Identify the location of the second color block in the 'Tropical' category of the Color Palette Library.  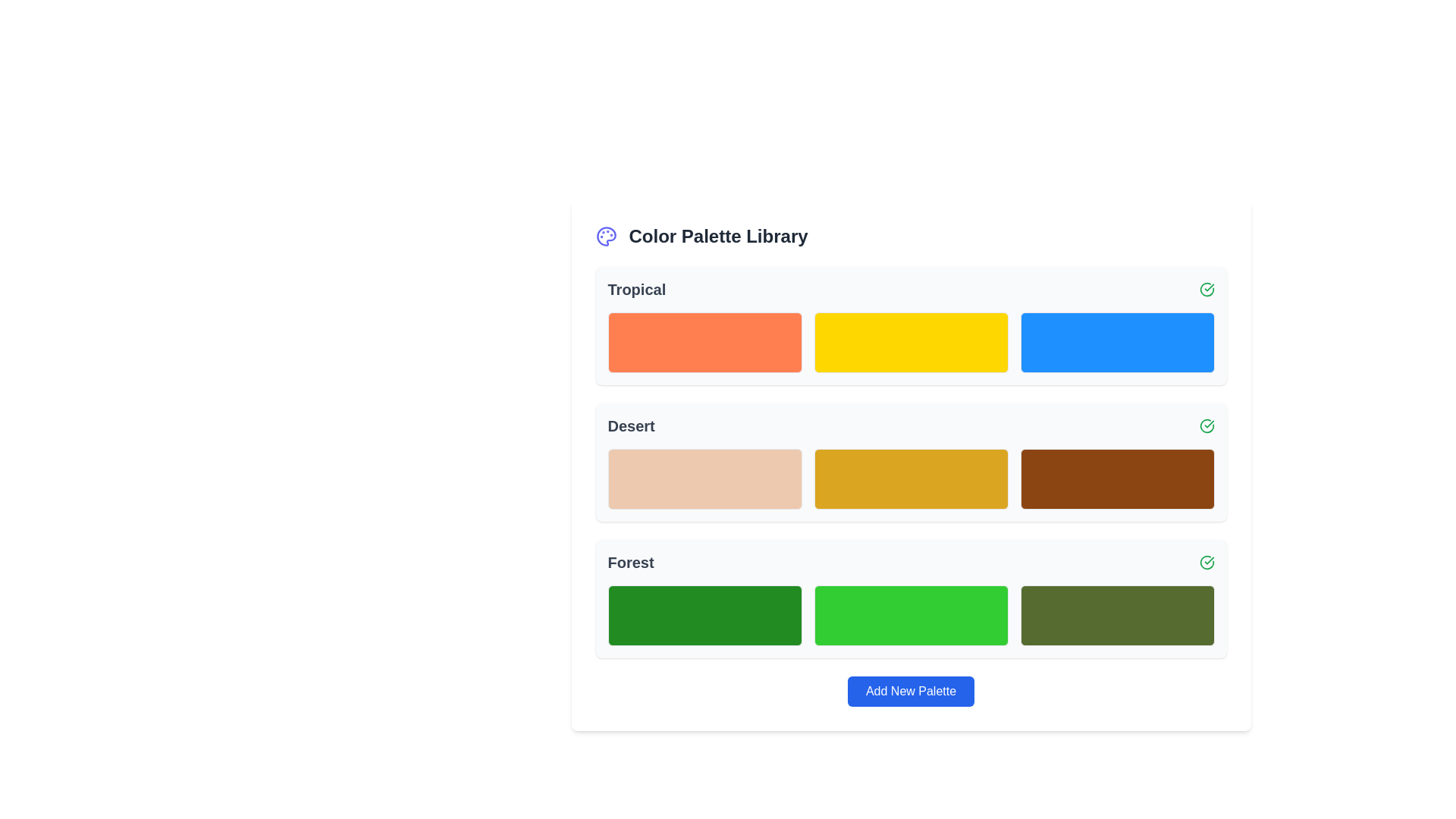
(910, 325).